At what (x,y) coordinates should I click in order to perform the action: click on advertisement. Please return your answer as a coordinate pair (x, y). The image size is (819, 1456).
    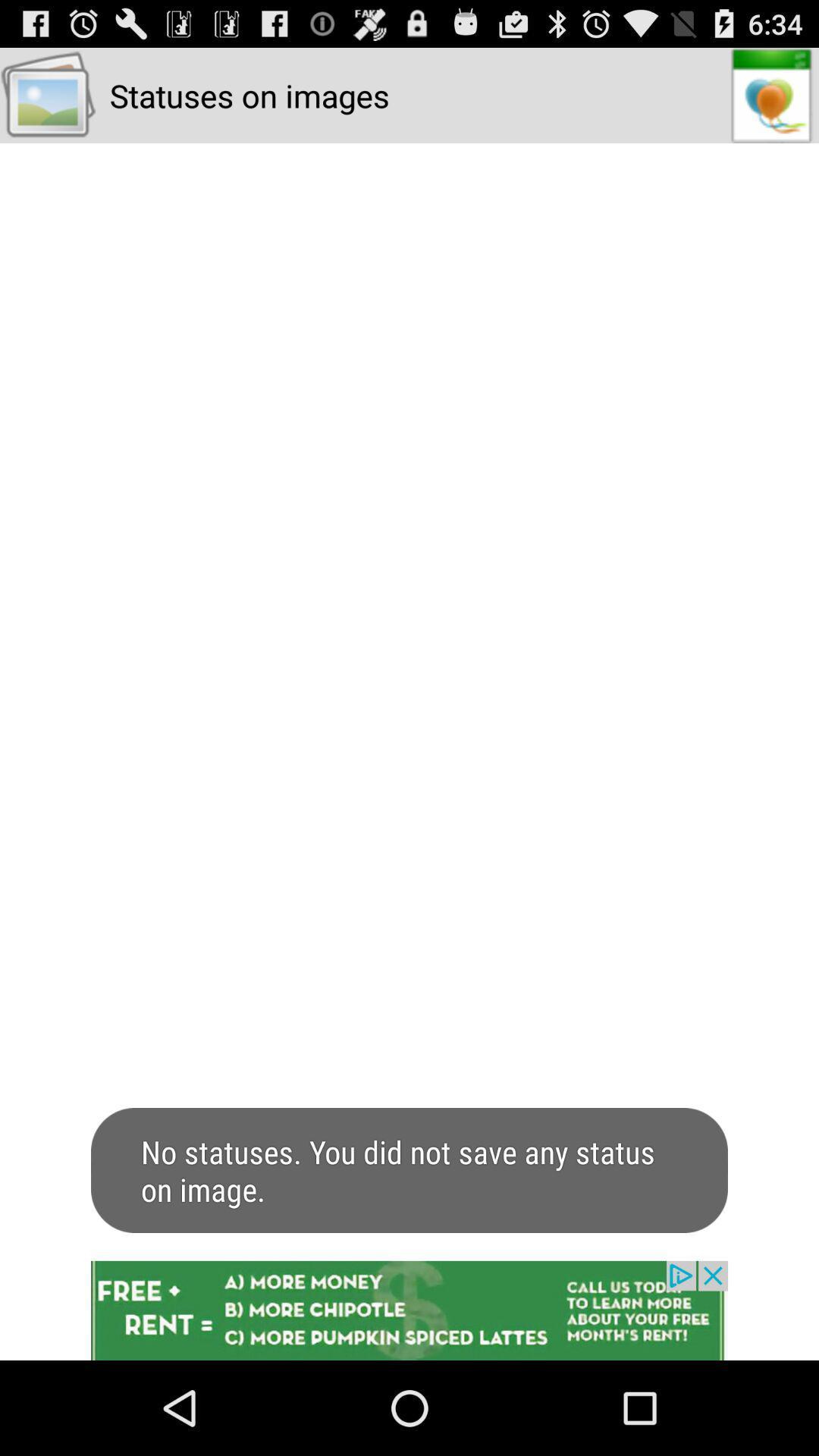
    Looking at the image, I should click on (409, 1310).